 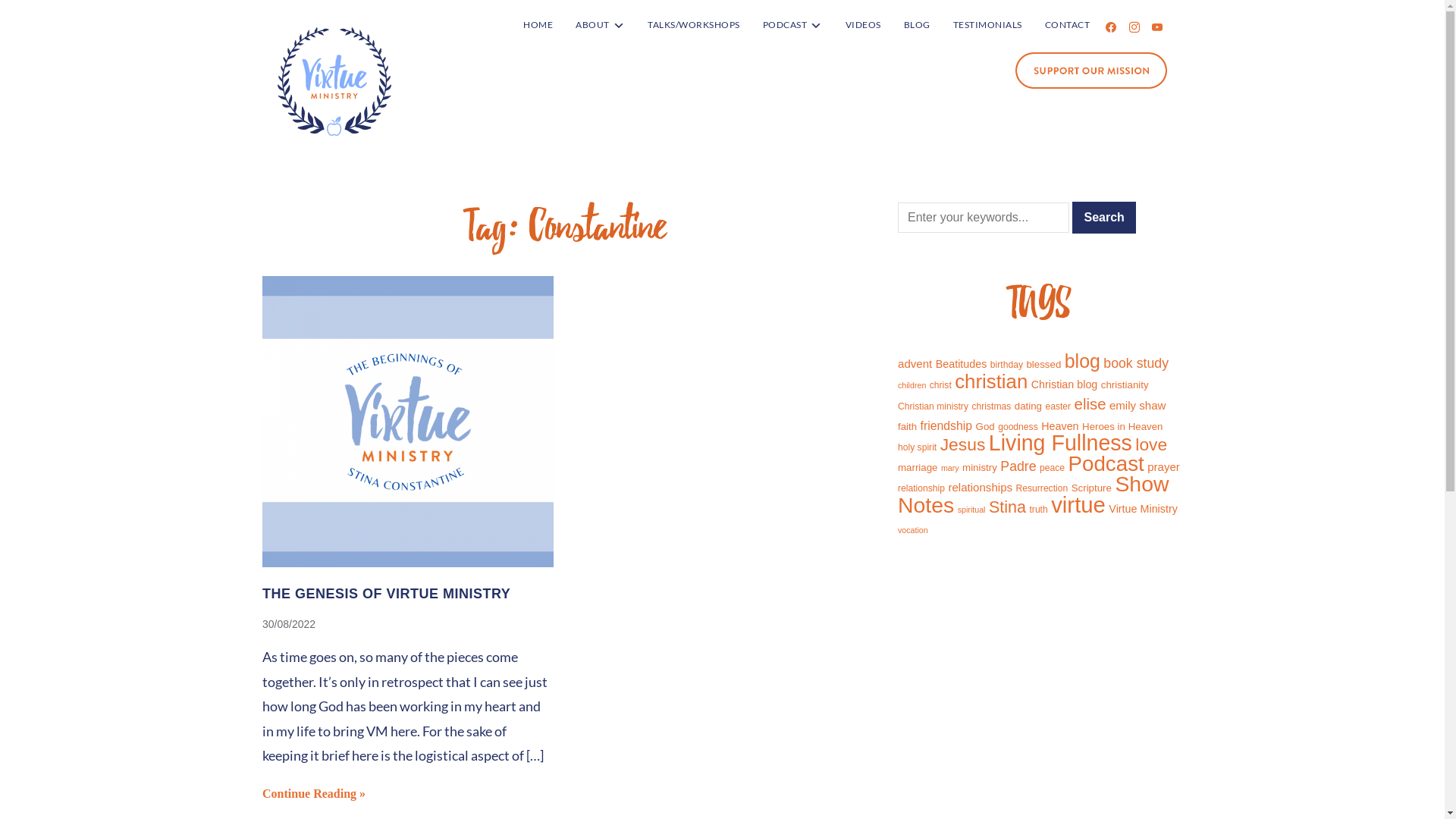 I want to click on 'holy spirit', so click(x=916, y=447).